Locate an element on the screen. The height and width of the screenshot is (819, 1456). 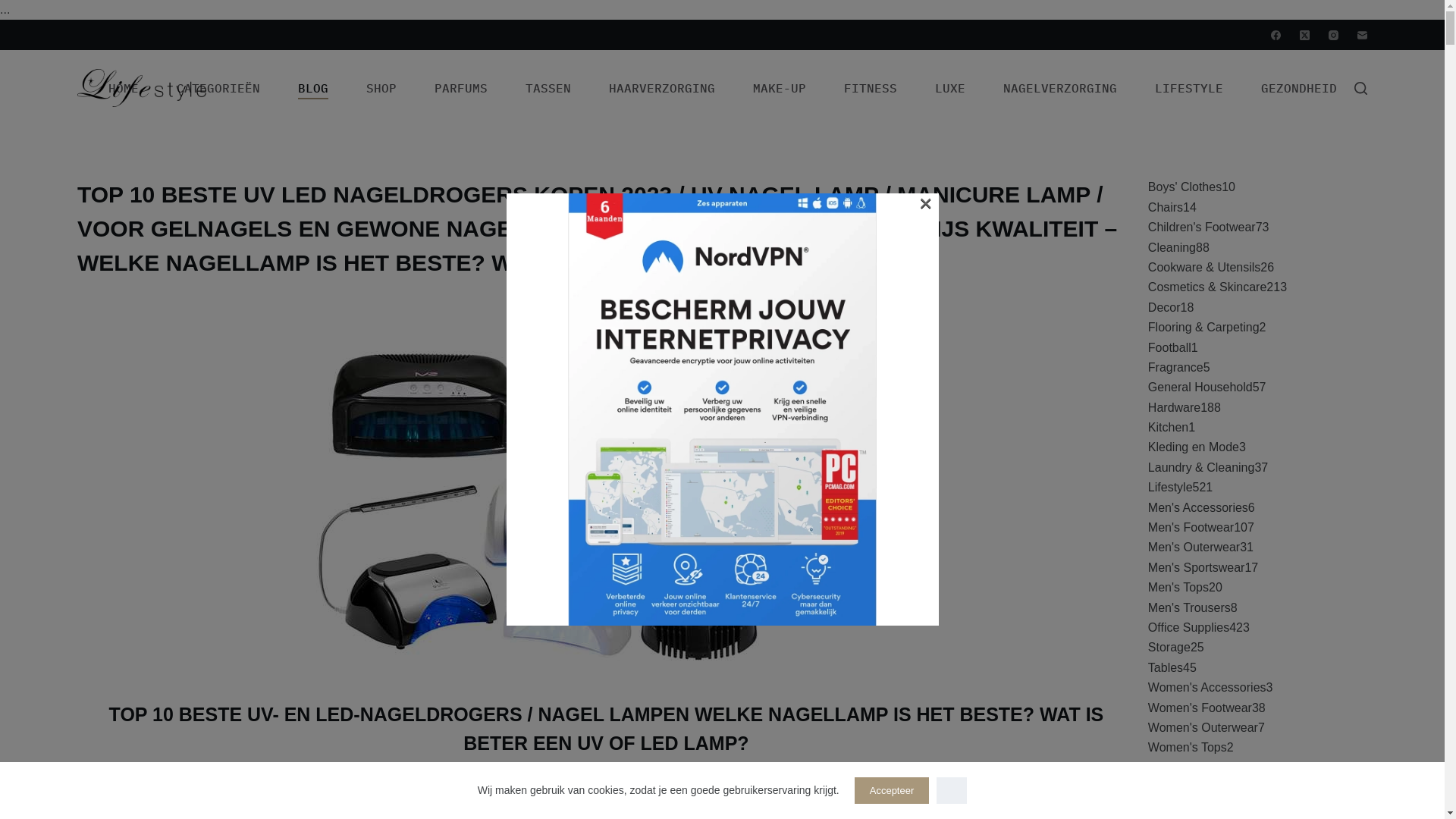
'NAGELVERZORGING' is located at coordinates (1059, 87).